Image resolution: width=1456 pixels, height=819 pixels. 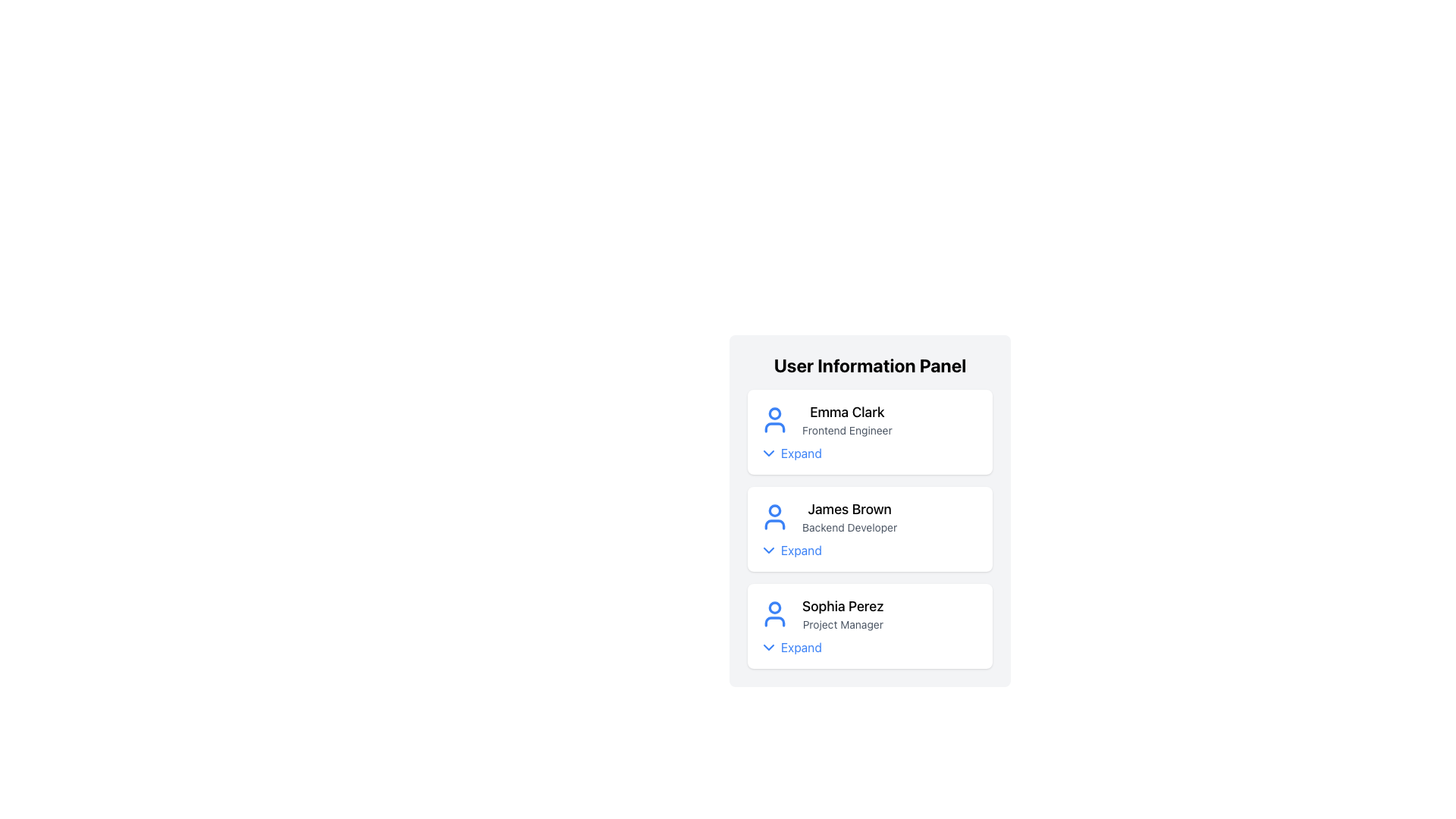 What do you see at coordinates (775, 420) in the screenshot?
I see `the SVG-based image icon representing the user profile located in the 'Emma Clark' user section` at bounding box center [775, 420].